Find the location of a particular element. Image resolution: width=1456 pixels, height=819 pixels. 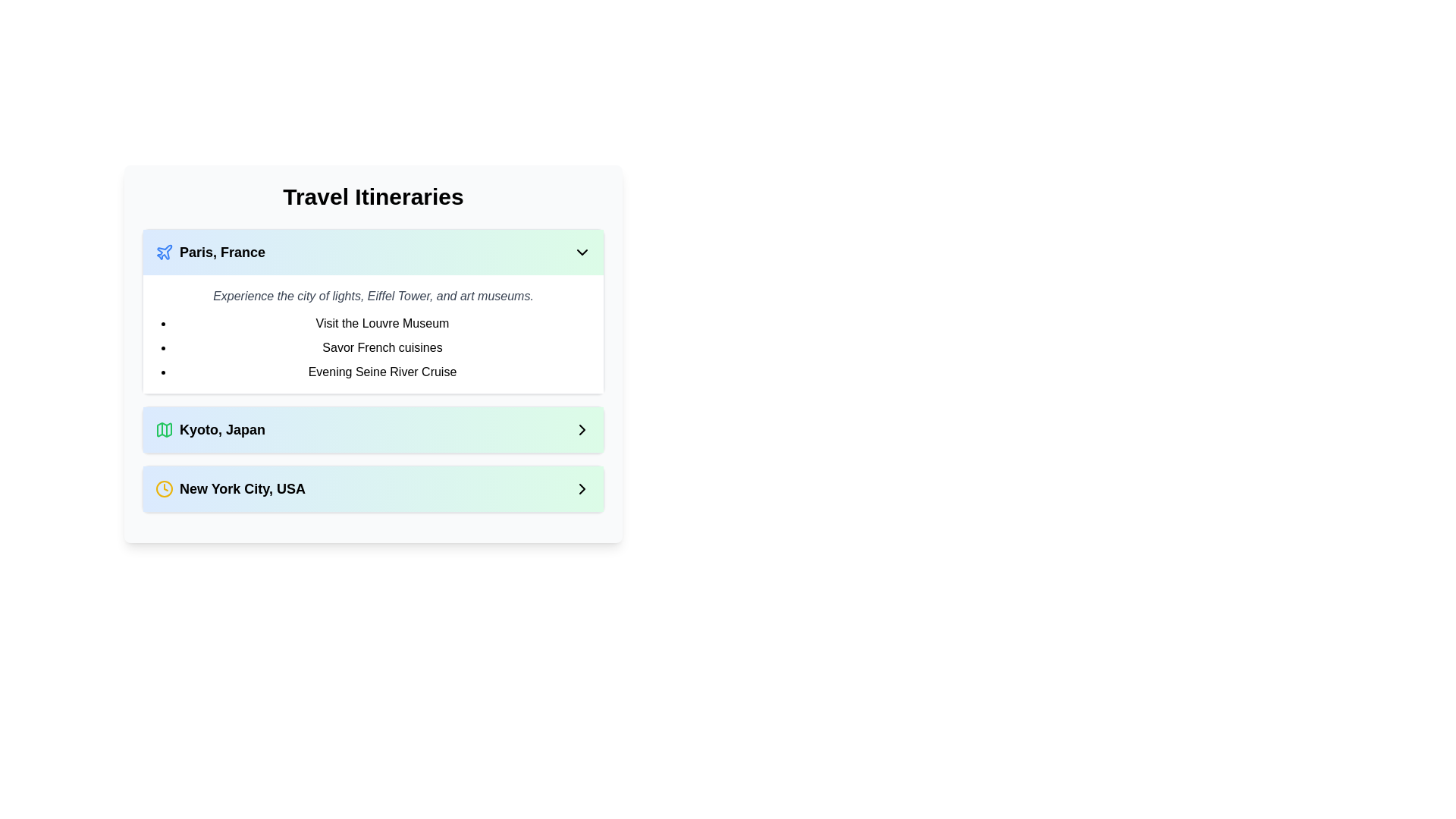

the chevron-down indicator on the far right end of the 'Paris, France' bar is located at coordinates (582, 251).